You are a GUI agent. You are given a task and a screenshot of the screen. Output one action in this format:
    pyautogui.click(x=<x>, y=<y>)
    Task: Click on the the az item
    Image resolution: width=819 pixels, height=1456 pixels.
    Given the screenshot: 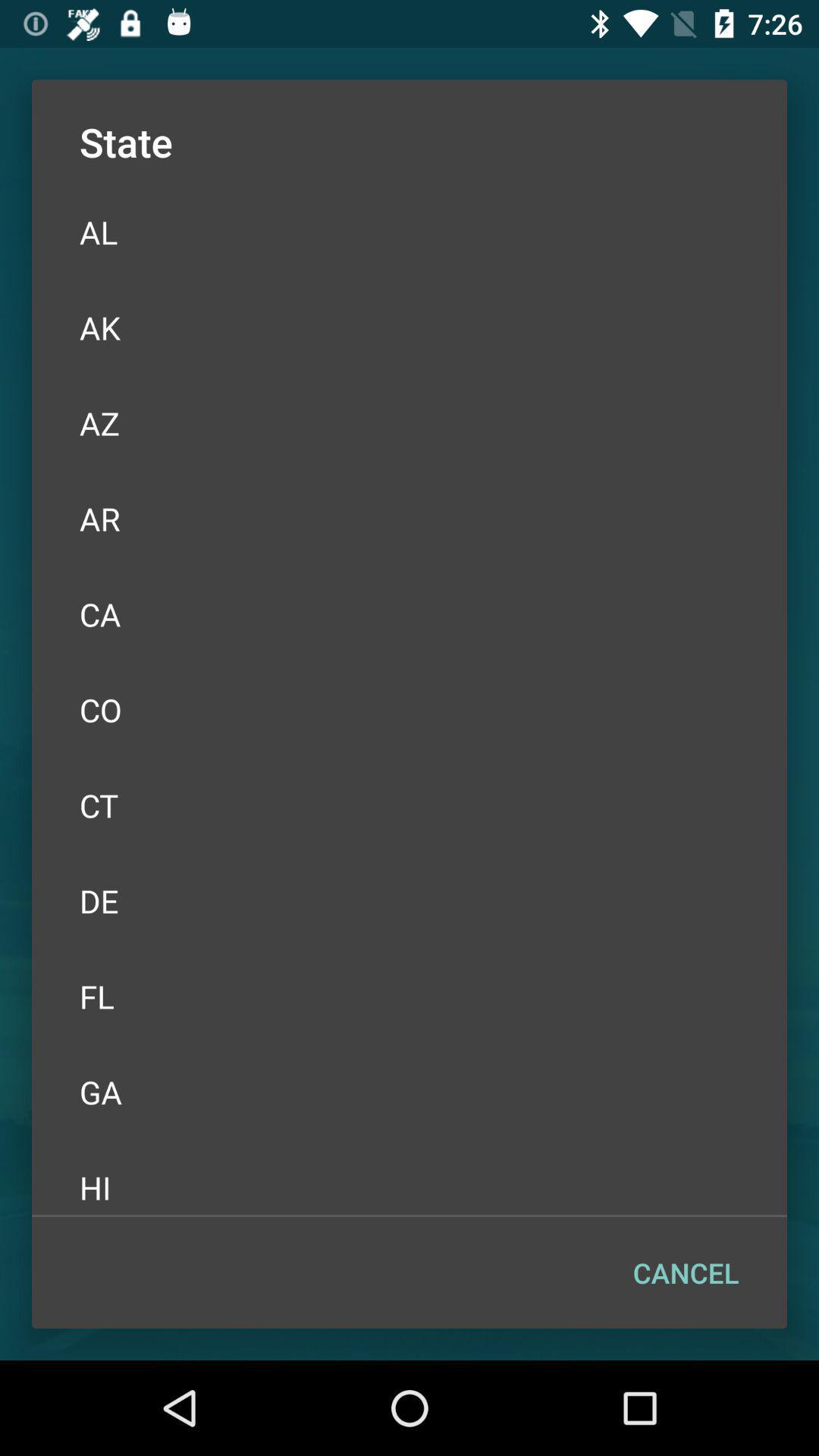 What is the action you would take?
    pyautogui.click(x=409, y=422)
    